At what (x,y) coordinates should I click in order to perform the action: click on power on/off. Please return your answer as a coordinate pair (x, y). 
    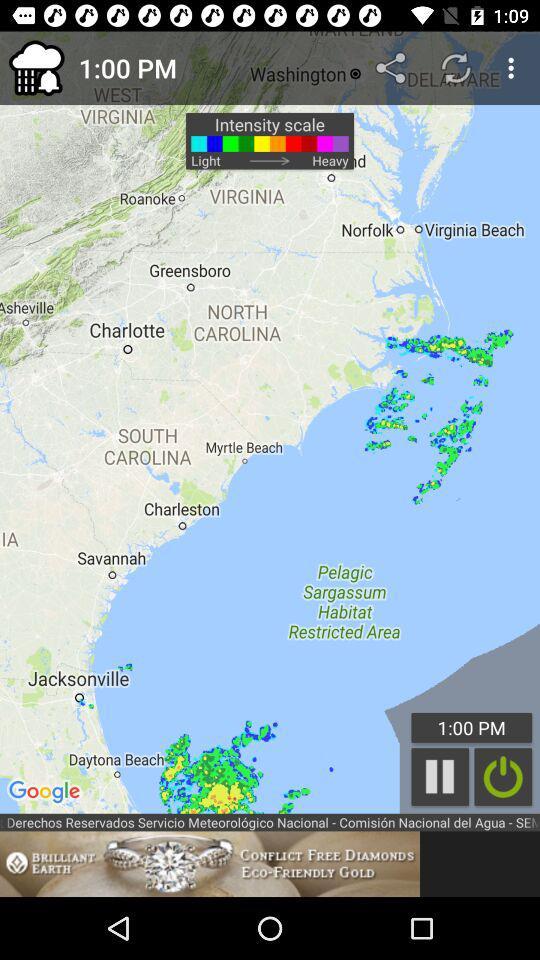
    Looking at the image, I should click on (502, 776).